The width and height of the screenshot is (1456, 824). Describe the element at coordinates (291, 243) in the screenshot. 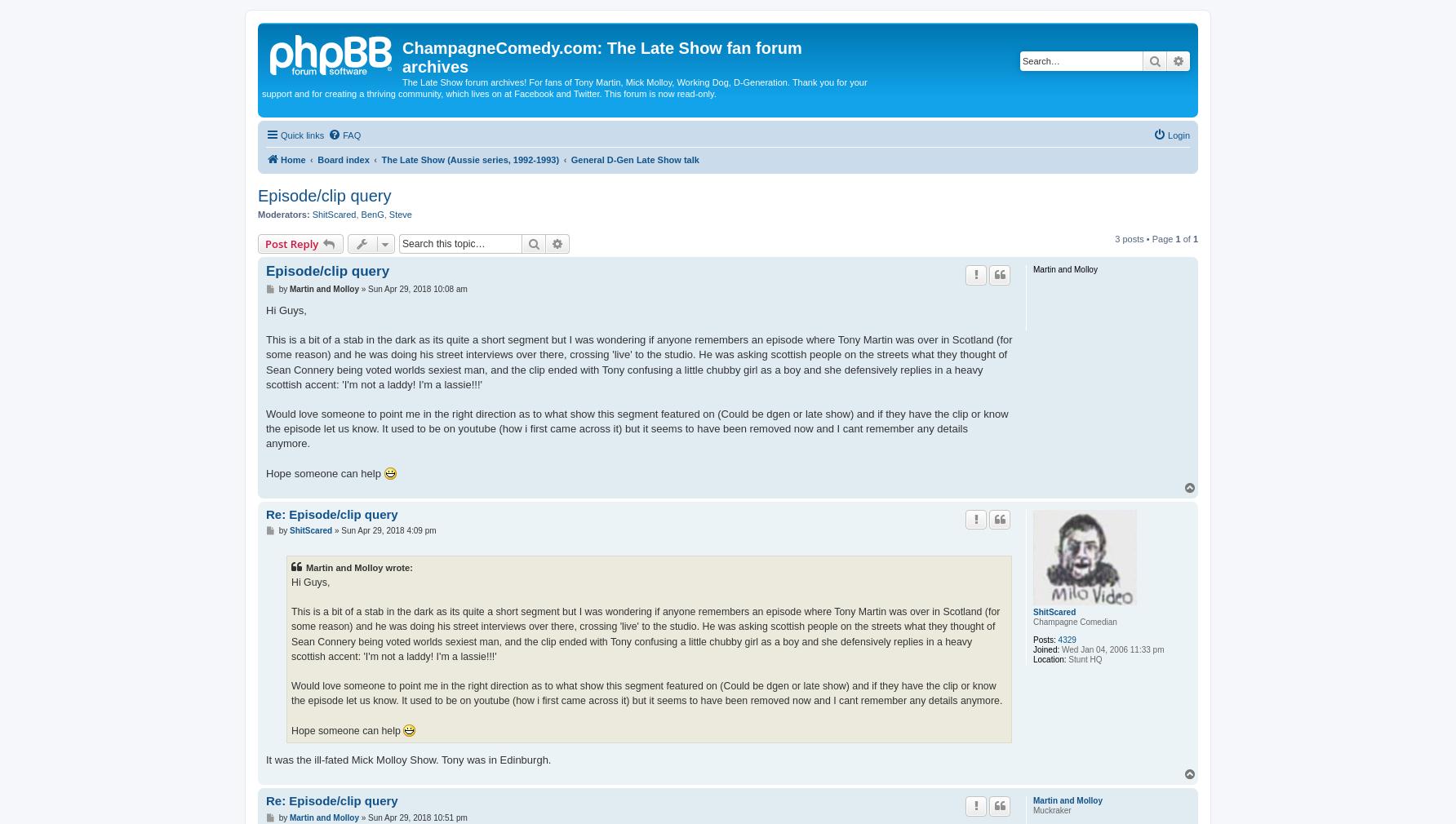

I see `'Post Reply'` at that location.